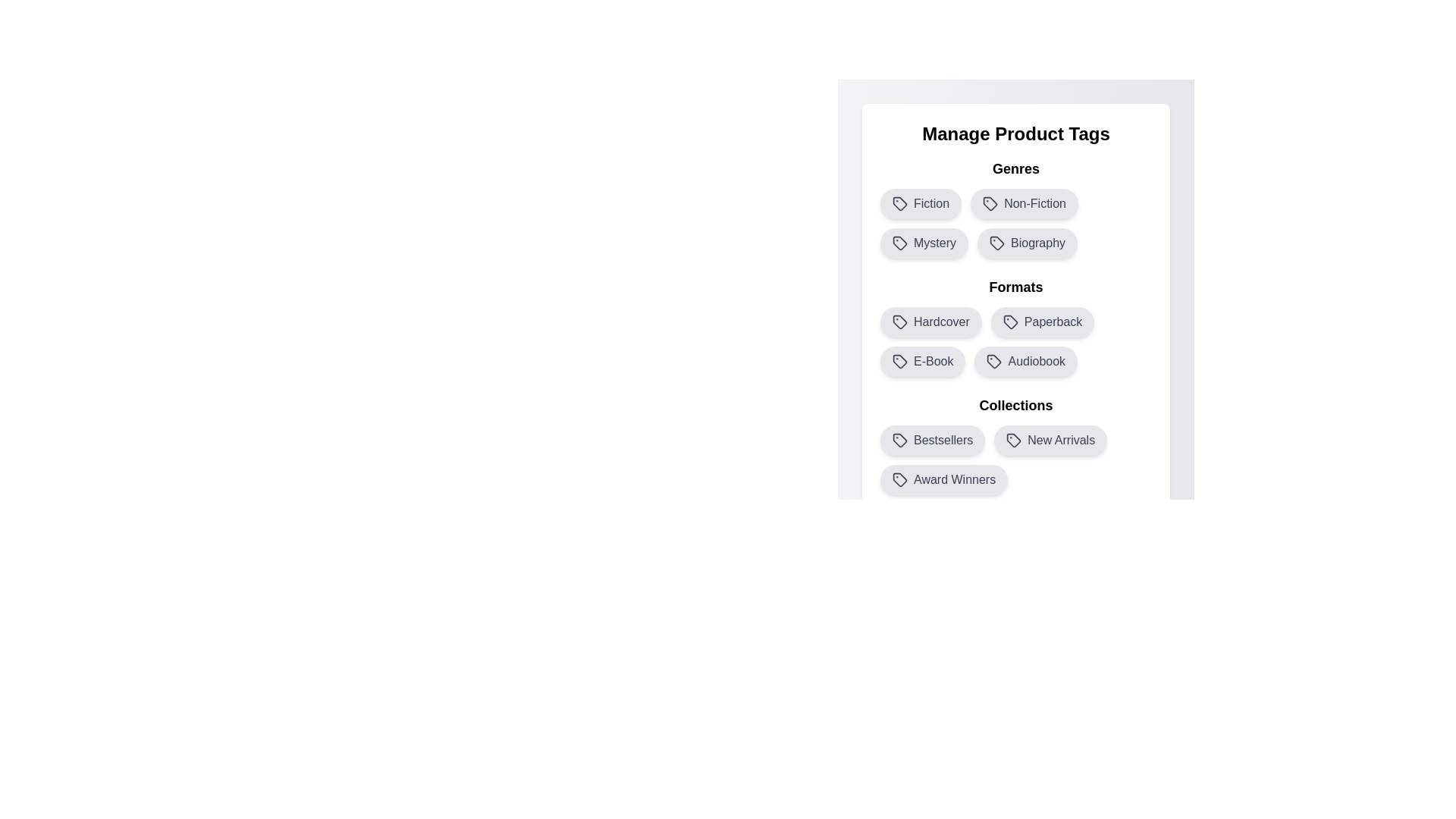  What do you see at coordinates (1010, 321) in the screenshot?
I see `the price tag icon within the 'Formats' selection button on the 'Manage Product Tags' panel` at bounding box center [1010, 321].